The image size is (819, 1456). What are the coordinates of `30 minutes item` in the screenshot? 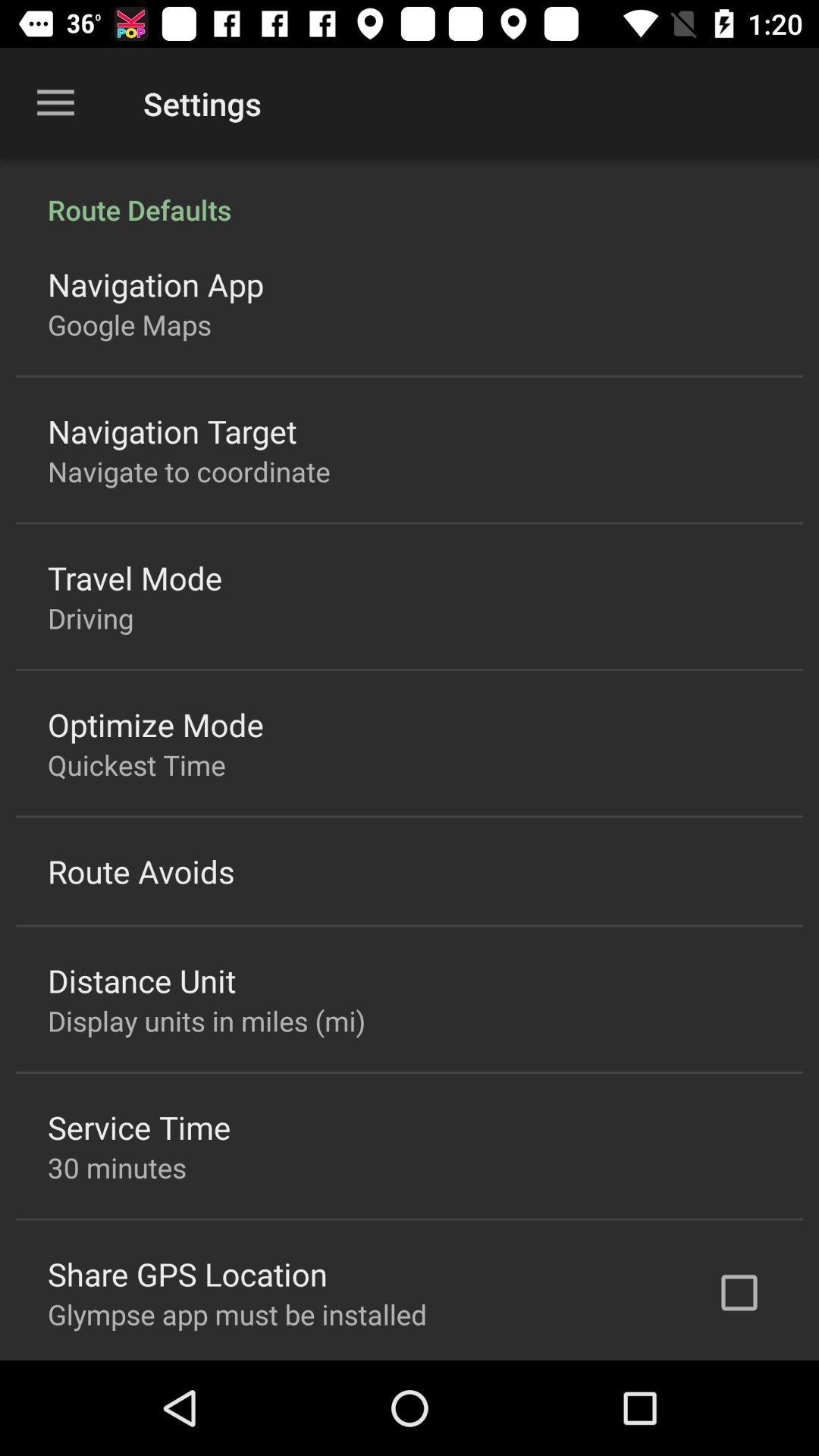 It's located at (116, 1166).